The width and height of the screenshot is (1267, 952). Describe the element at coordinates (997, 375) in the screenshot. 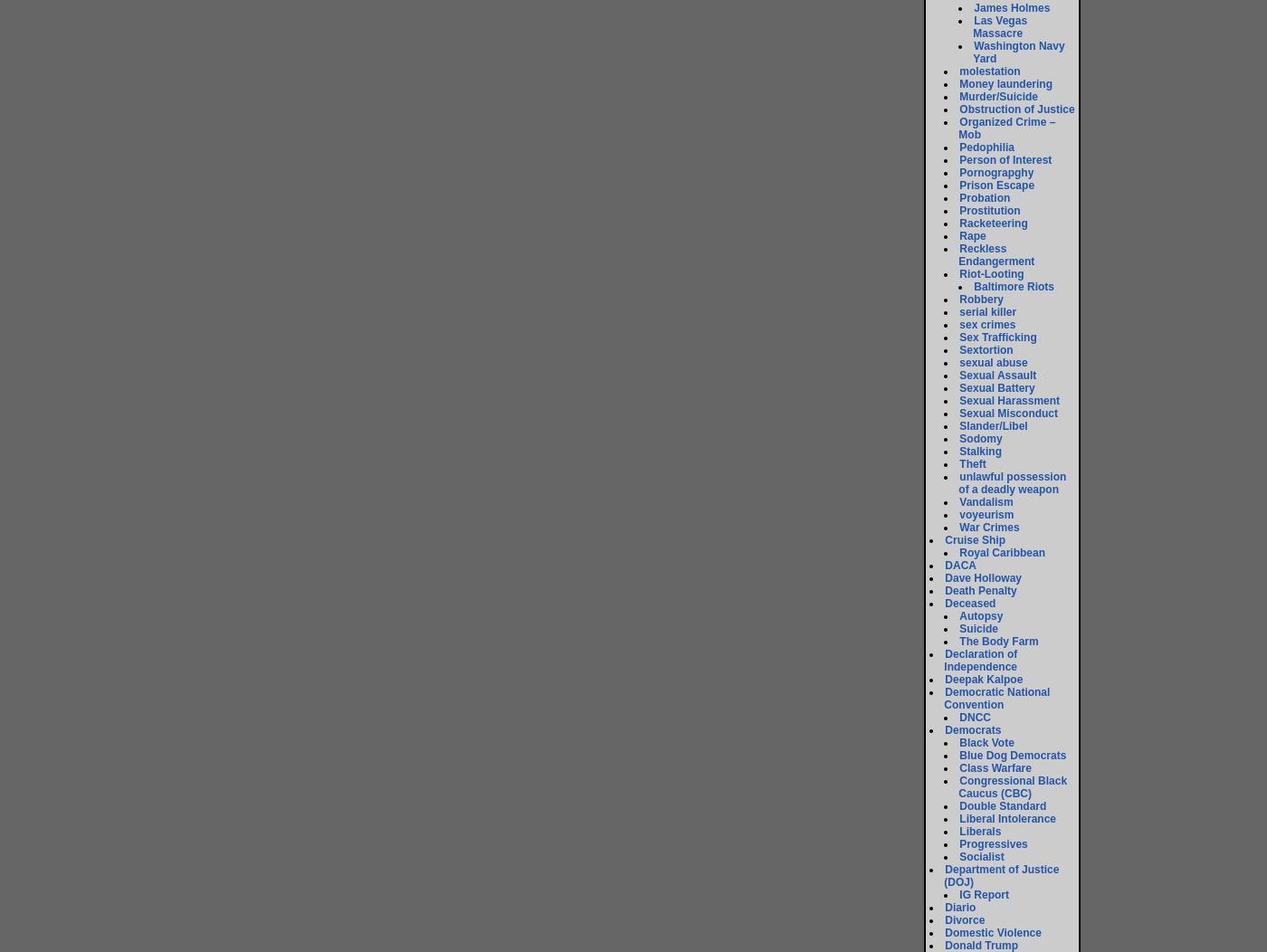

I see `'Sexual Assault'` at that location.